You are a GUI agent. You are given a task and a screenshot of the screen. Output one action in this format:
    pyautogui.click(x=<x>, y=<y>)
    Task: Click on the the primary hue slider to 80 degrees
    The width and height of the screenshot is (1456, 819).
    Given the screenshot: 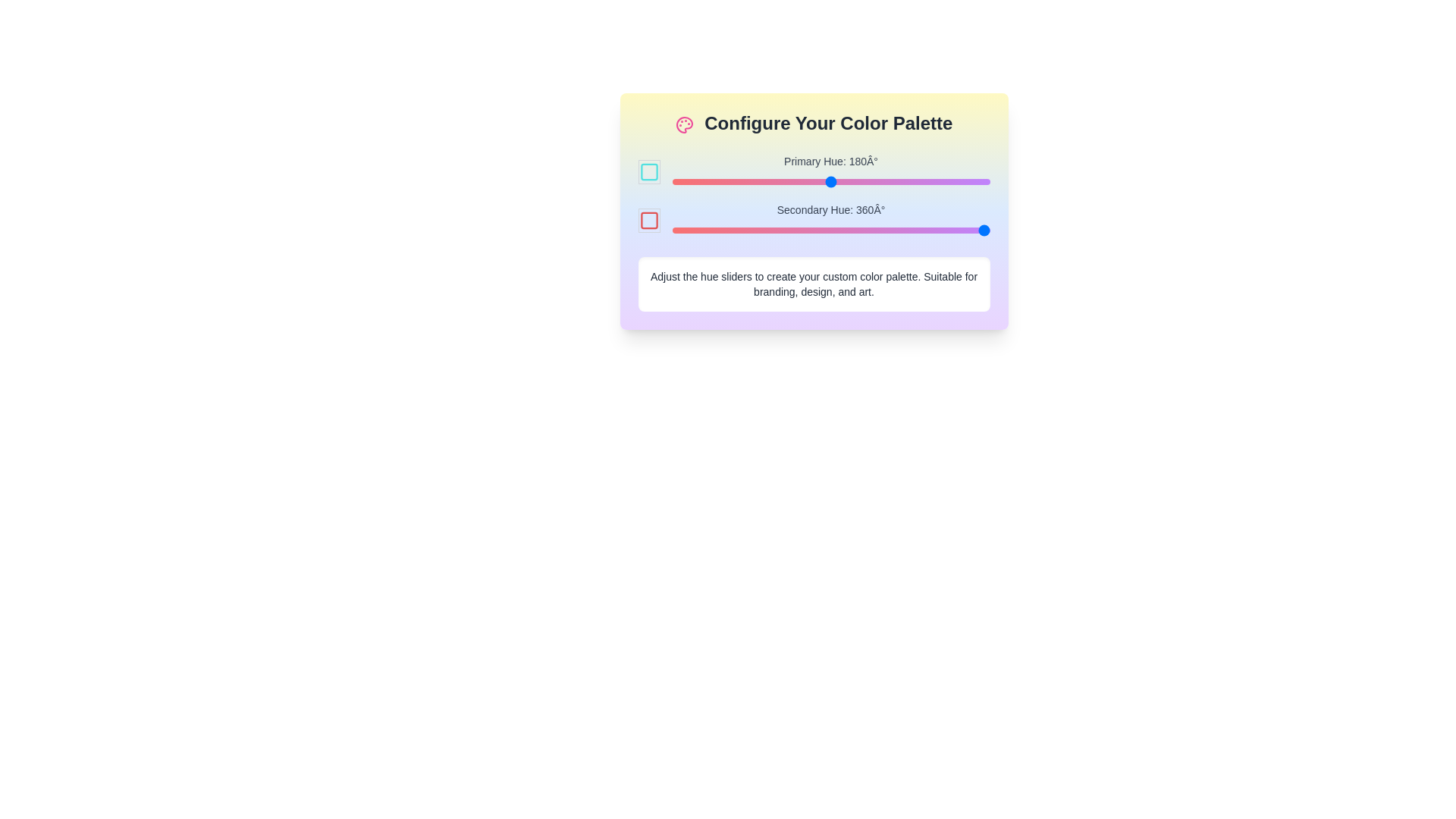 What is the action you would take?
    pyautogui.click(x=742, y=180)
    